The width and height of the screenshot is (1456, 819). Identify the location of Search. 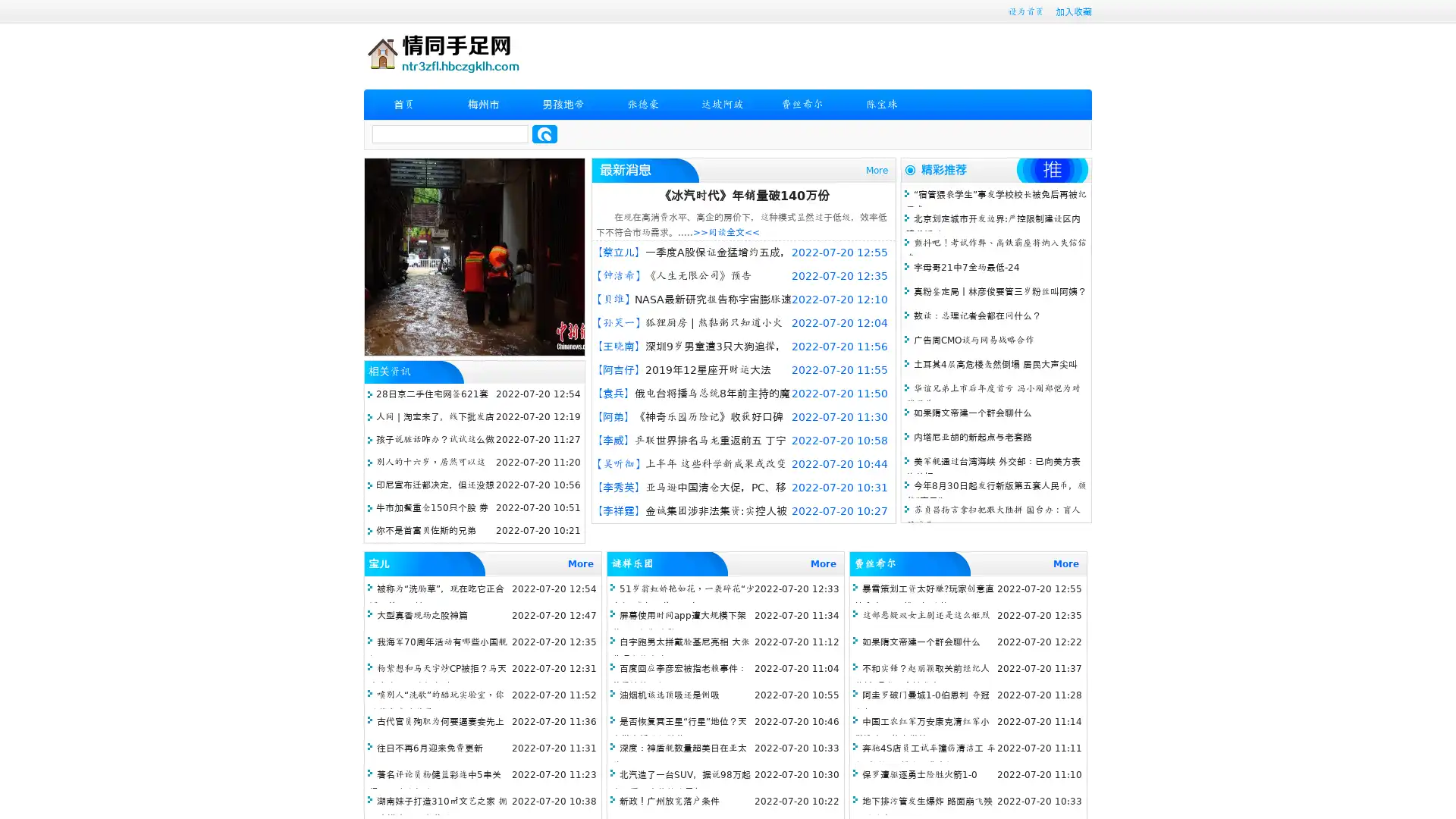
(544, 133).